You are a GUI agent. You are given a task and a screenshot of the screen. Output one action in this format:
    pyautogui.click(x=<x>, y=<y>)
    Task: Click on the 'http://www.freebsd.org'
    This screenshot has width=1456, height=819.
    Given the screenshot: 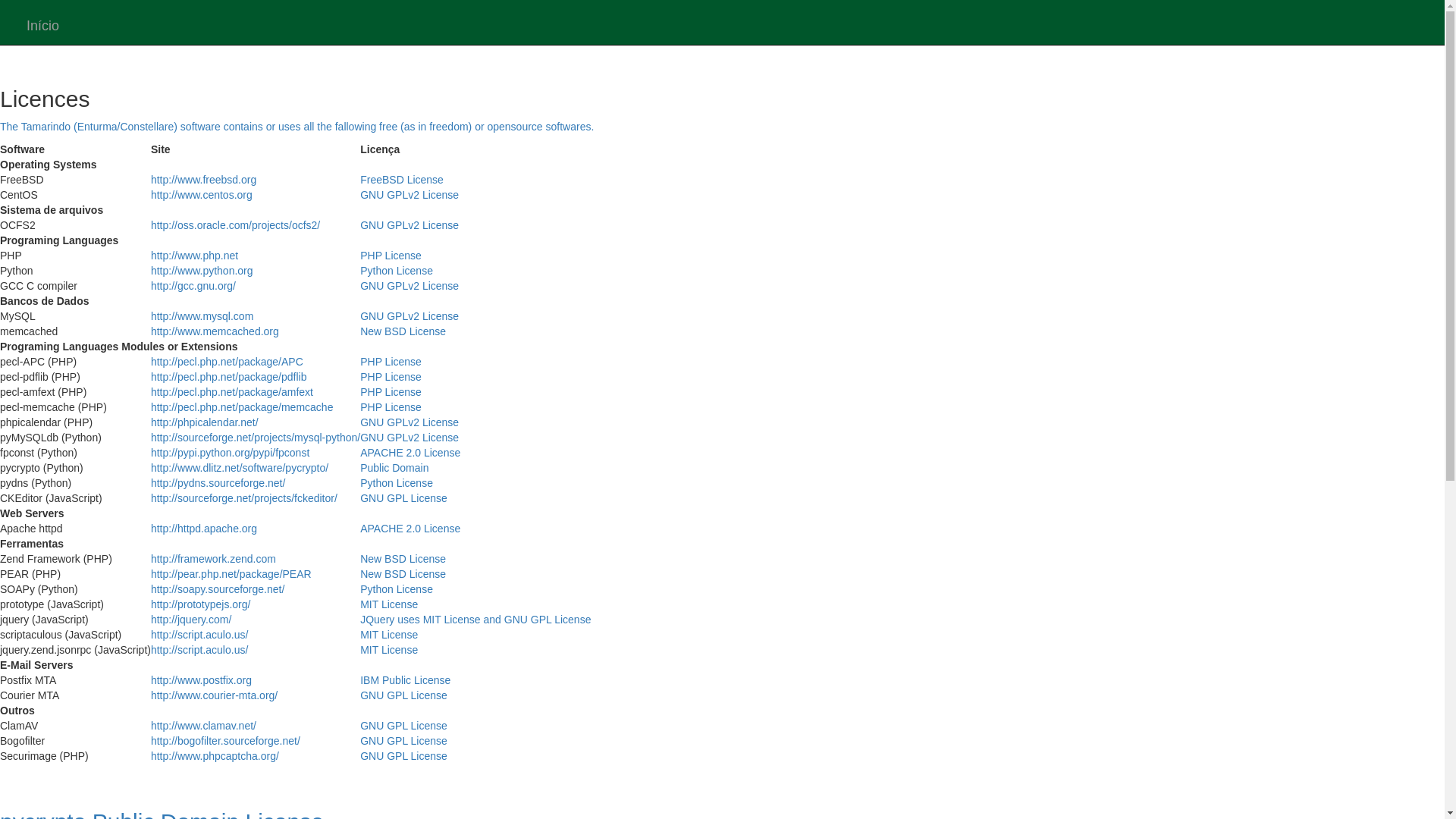 What is the action you would take?
    pyautogui.click(x=202, y=178)
    